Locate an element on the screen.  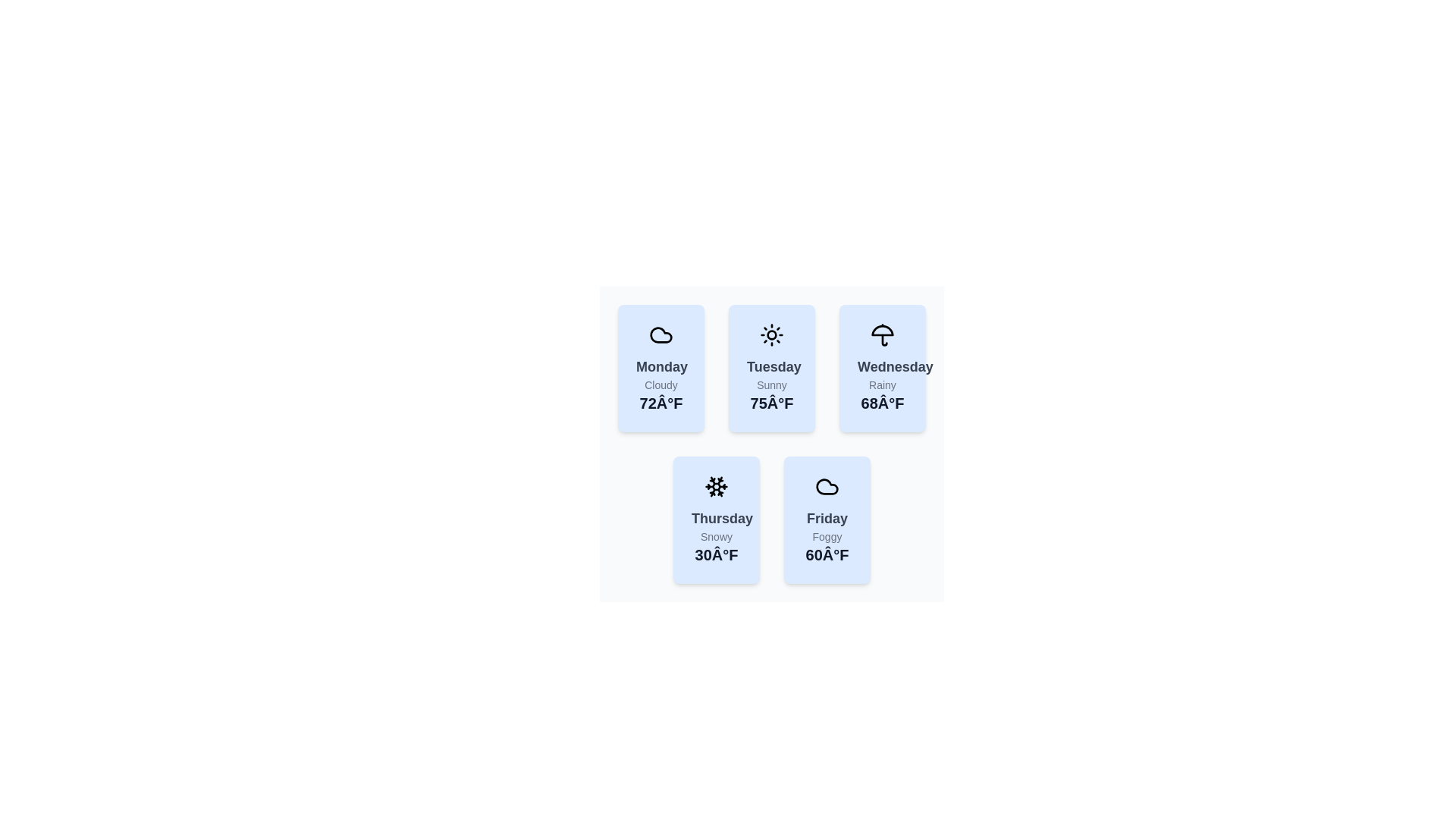
the weather information card for Thursday, which displays a snowflake icon, the day 'Thursday' in bold, the description 'Snowy', and the temperature '30°F' is located at coordinates (704, 508).